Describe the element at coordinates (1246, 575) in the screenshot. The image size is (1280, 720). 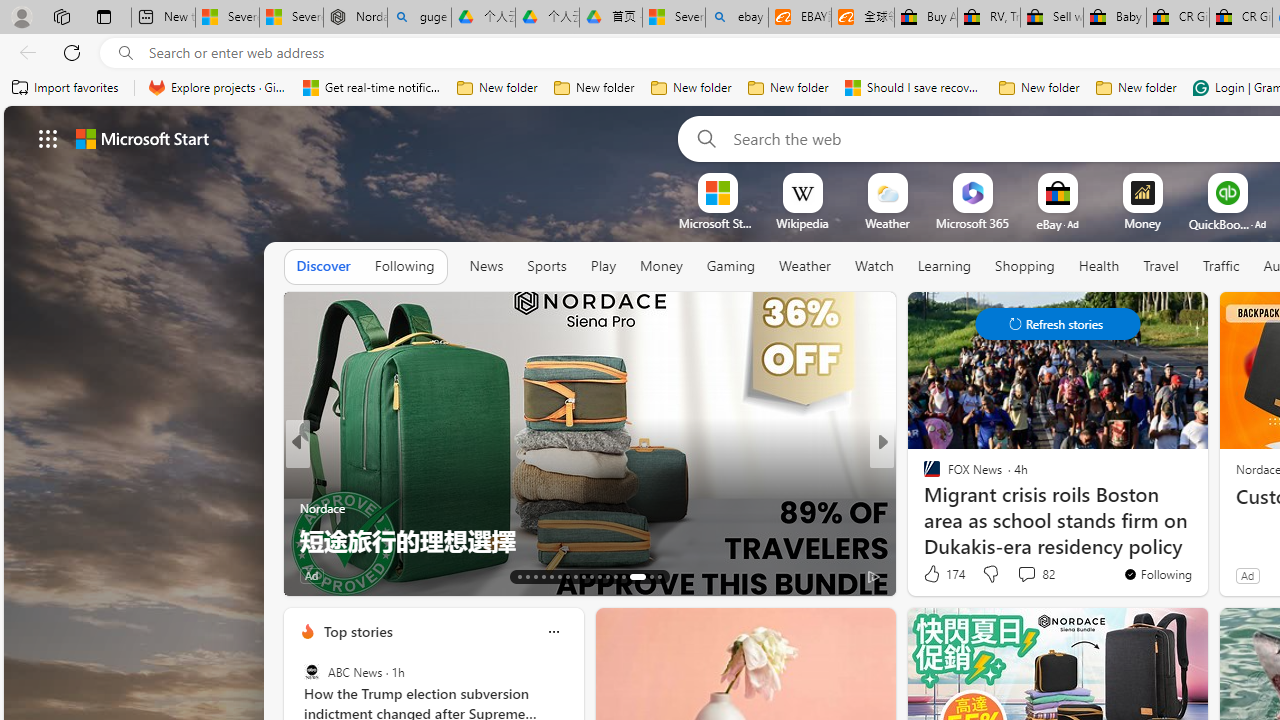
I see `'Ad'` at that location.